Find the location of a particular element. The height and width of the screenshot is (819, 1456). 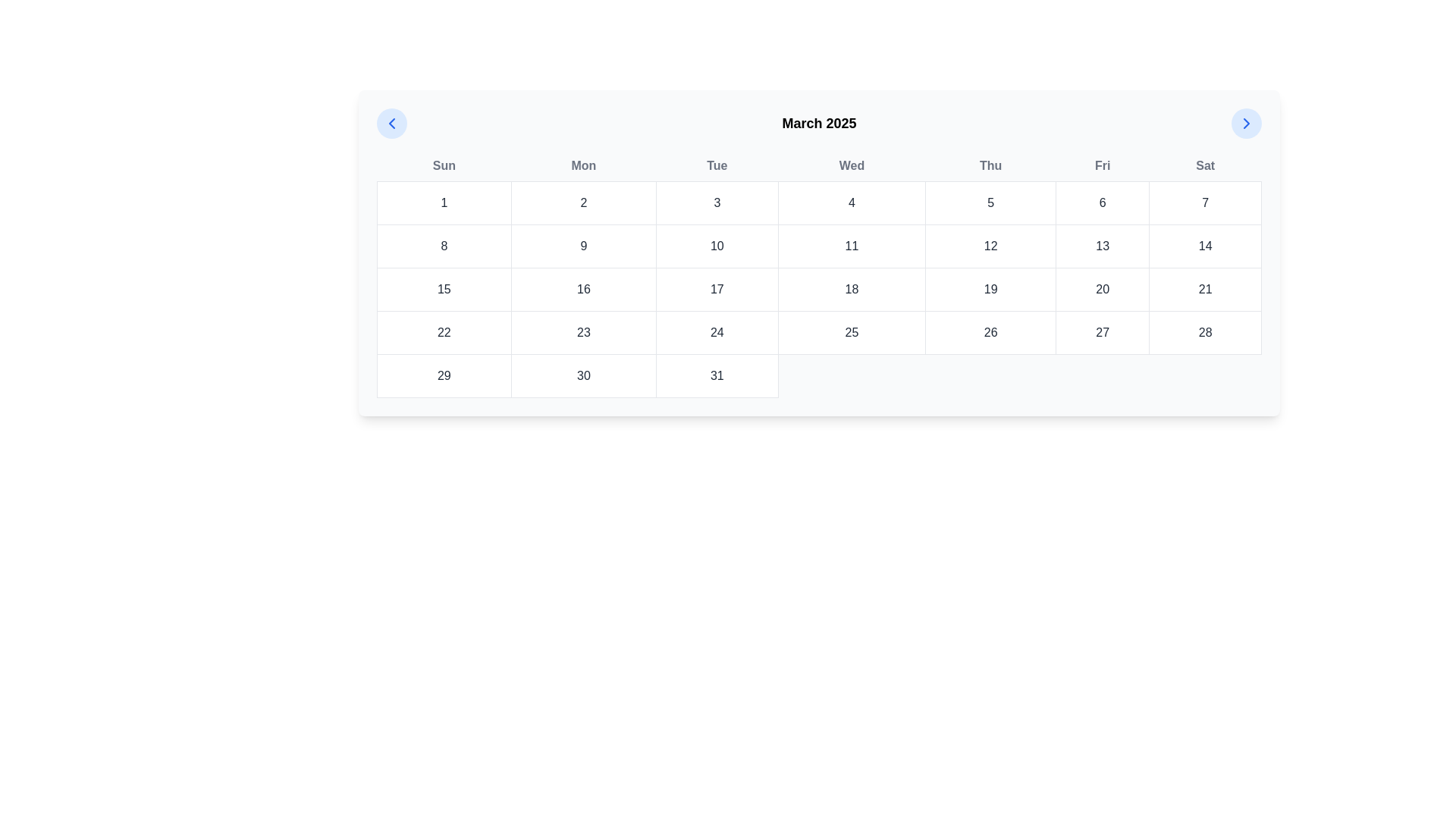

the selectable calendar date item displaying the number '5' is located at coordinates (990, 202).